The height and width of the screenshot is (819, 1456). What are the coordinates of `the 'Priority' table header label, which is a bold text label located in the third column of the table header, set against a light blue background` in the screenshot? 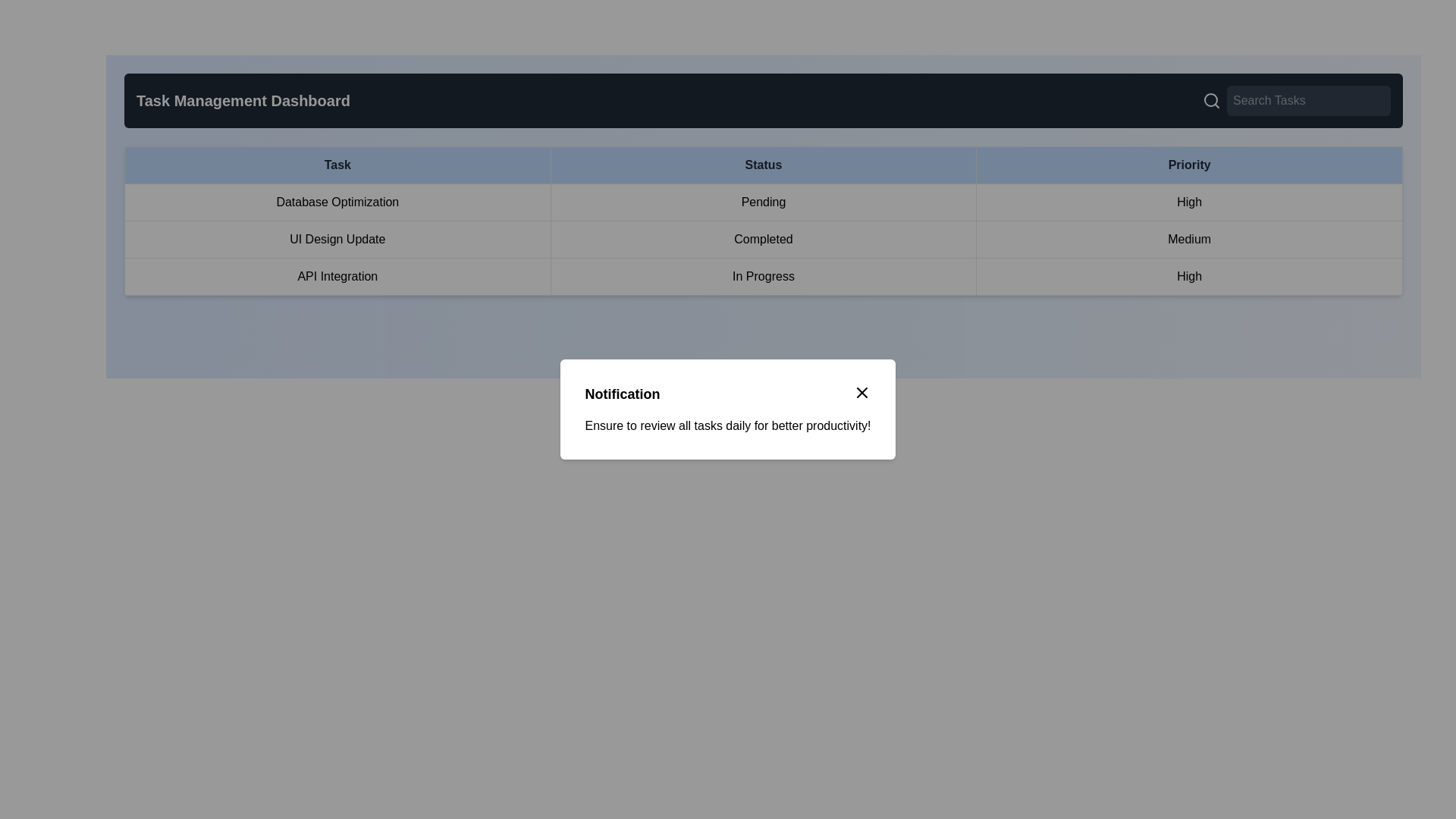 It's located at (1188, 165).